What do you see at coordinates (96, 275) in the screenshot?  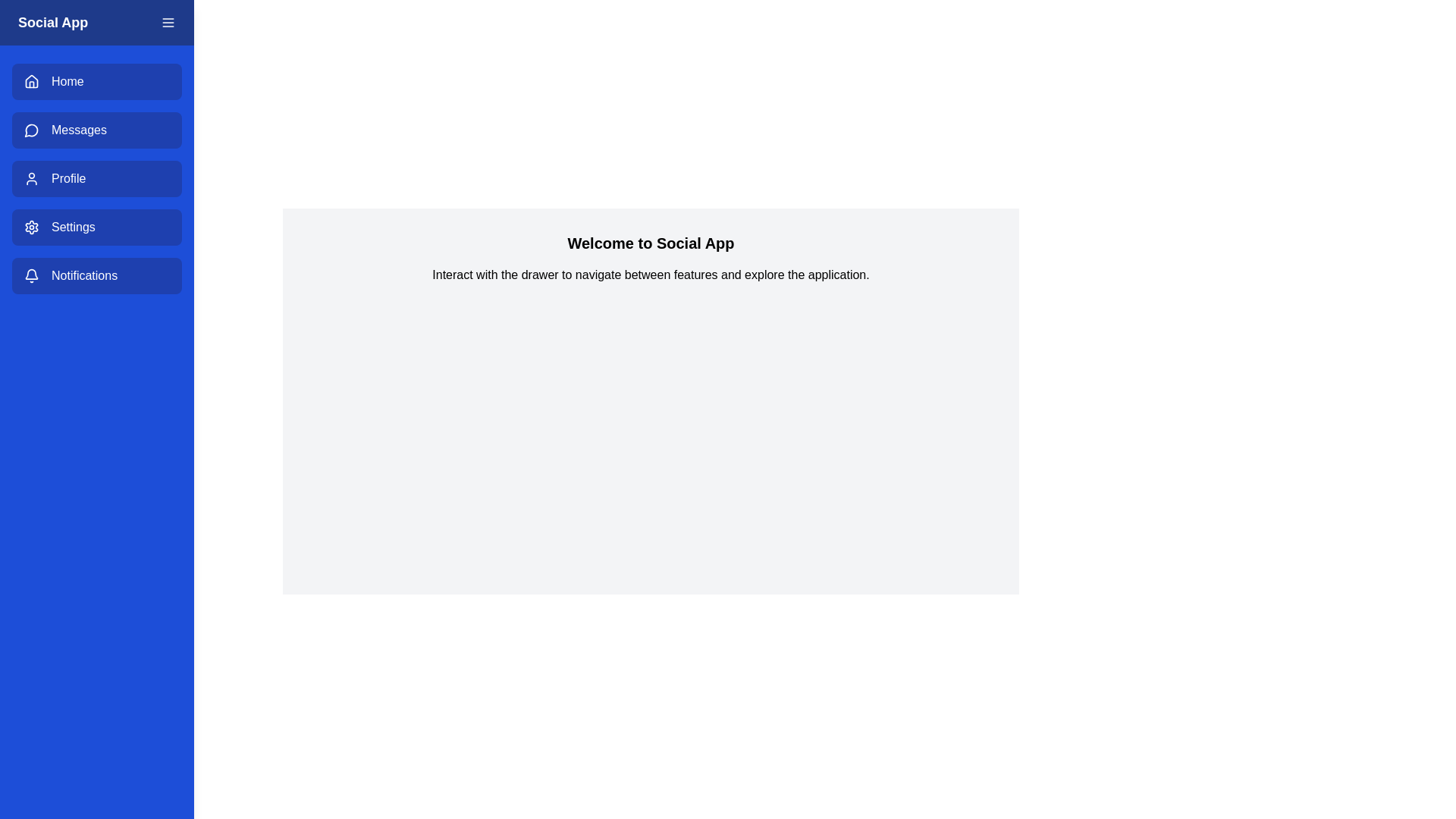 I see `the menu item Notifications to navigate to the respective section` at bounding box center [96, 275].